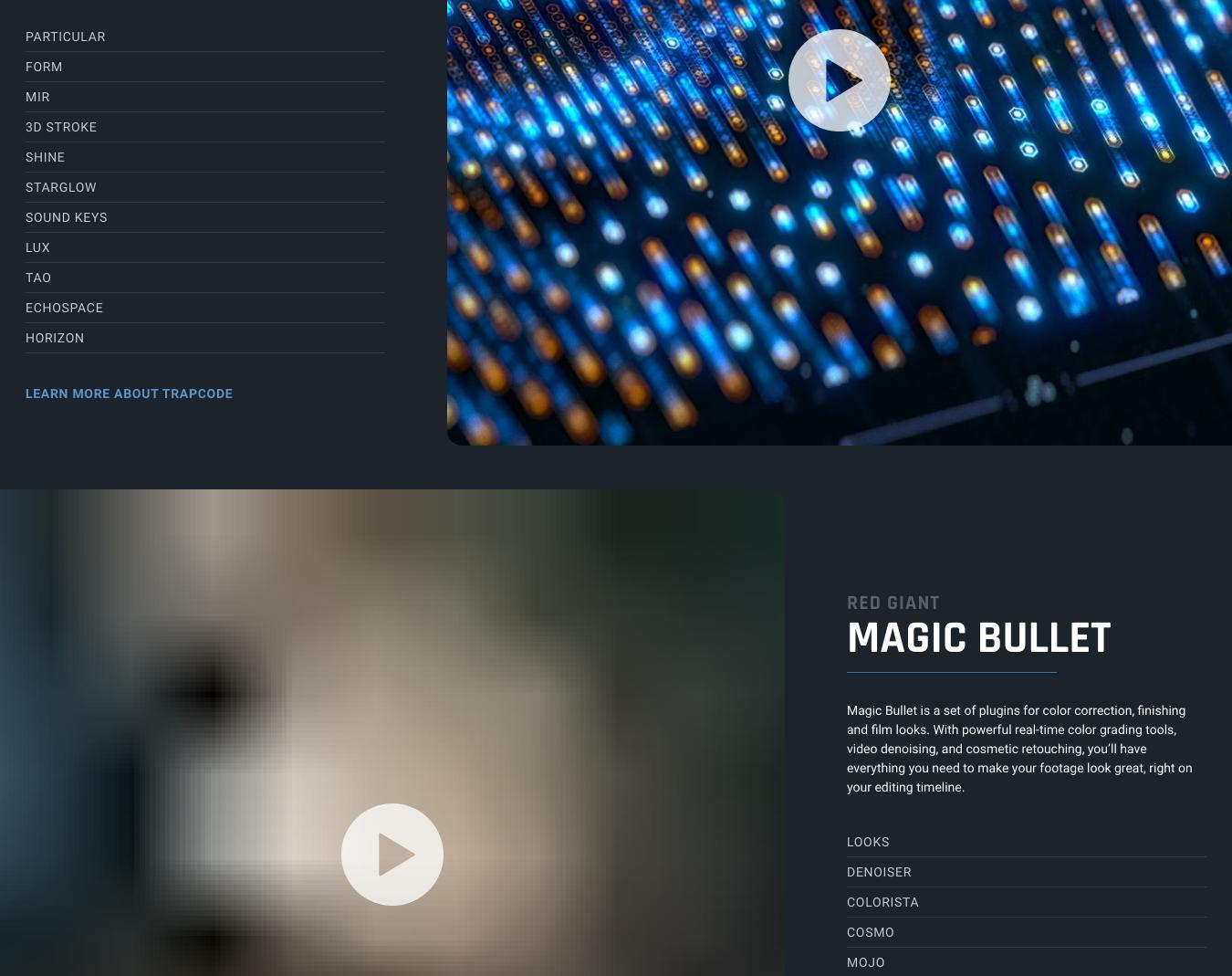  Describe the element at coordinates (43, 66) in the screenshot. I see `'Form'` at that location.